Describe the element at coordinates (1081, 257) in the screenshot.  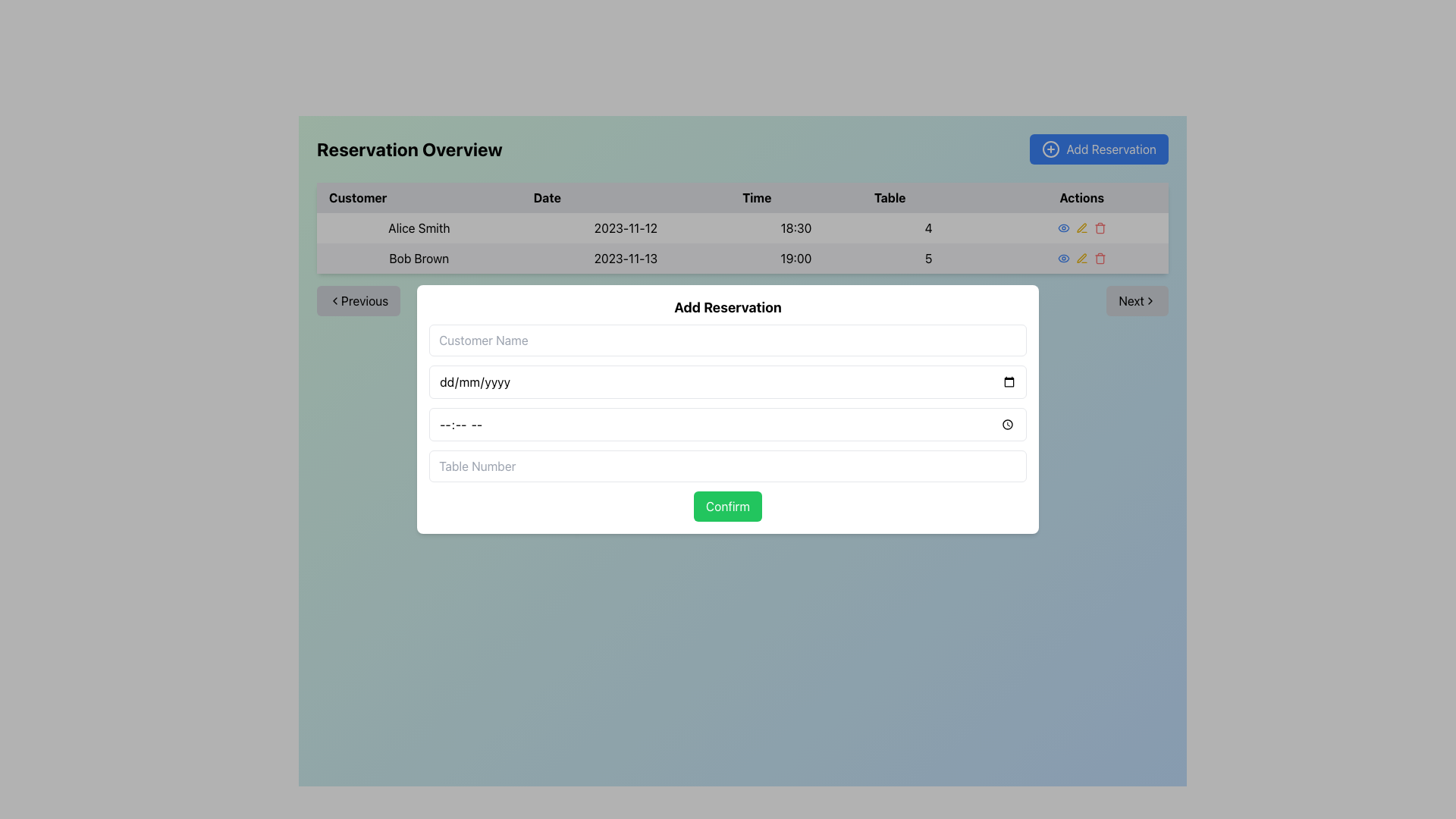
I see `the pencil-shaped icon with a yellow fill, located in the fifth column of the 'Reservation Overview' table under the 'Actions' header, corresponding to 'Bob Brown'` at that location.